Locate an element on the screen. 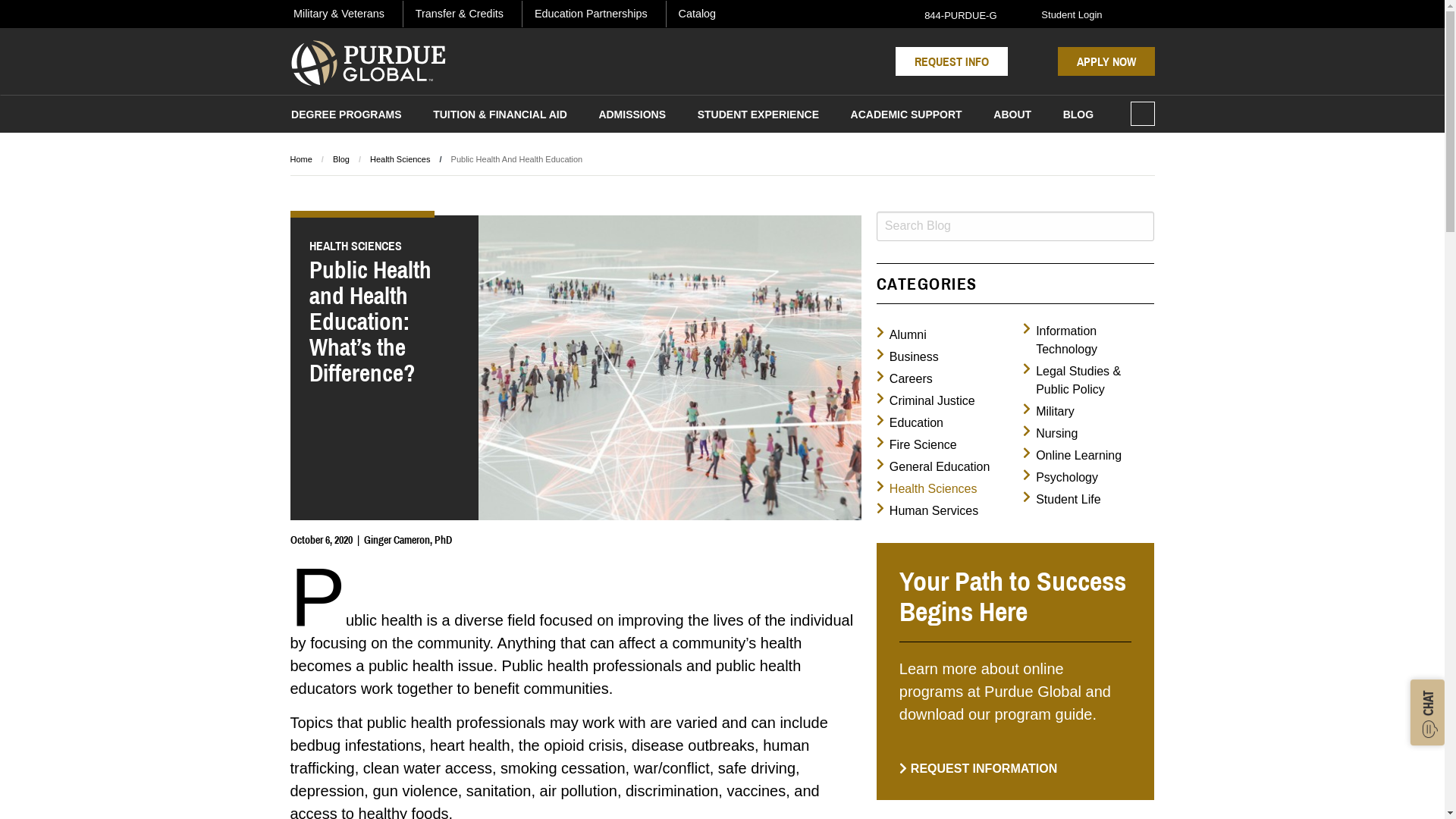  'Alumni' is located at coordinates (877, 334).